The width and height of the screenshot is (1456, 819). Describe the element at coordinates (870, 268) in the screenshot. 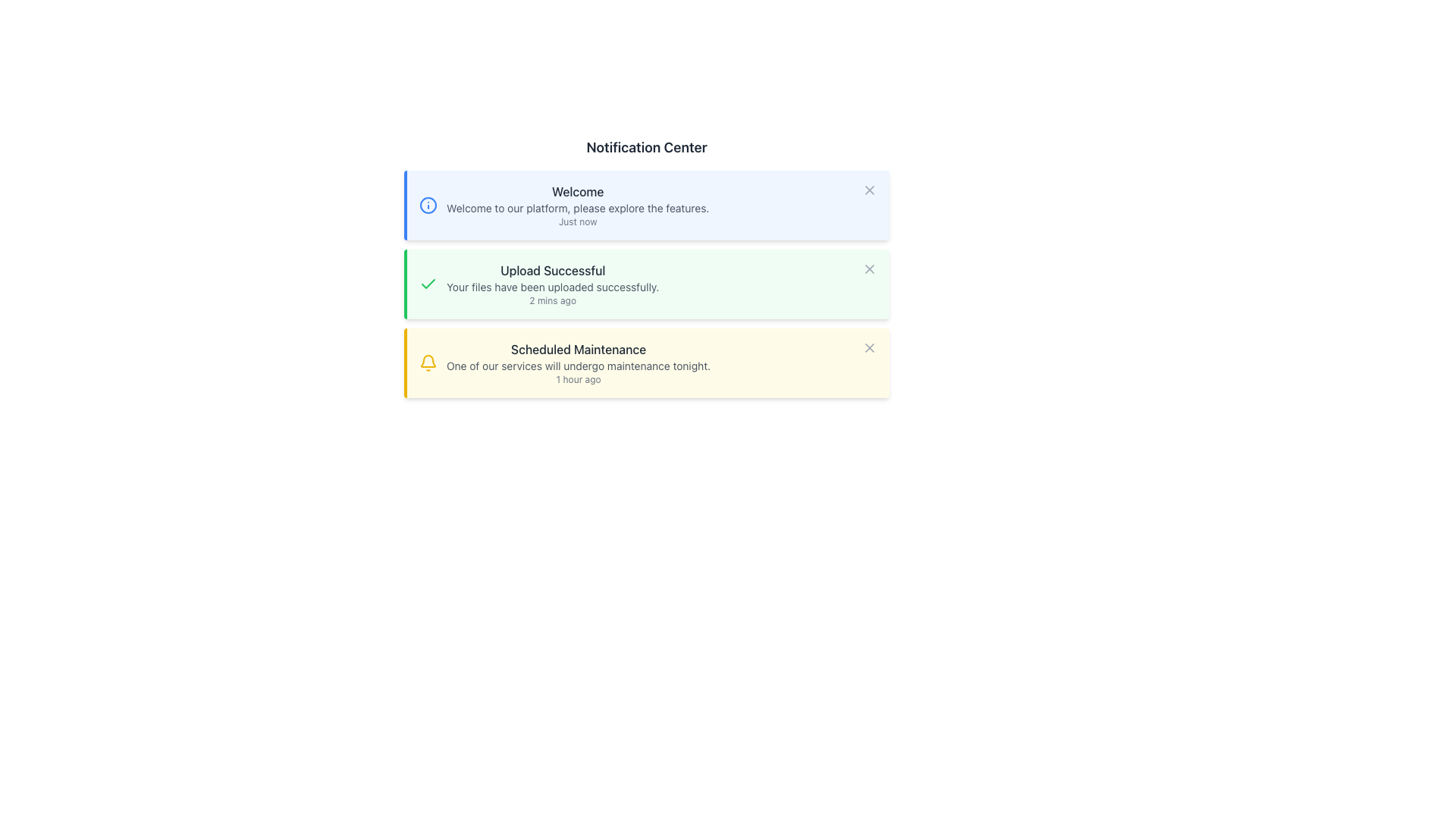

I see `the close button icon located on the far right side of the 'Upload Successful' notification` at that location.